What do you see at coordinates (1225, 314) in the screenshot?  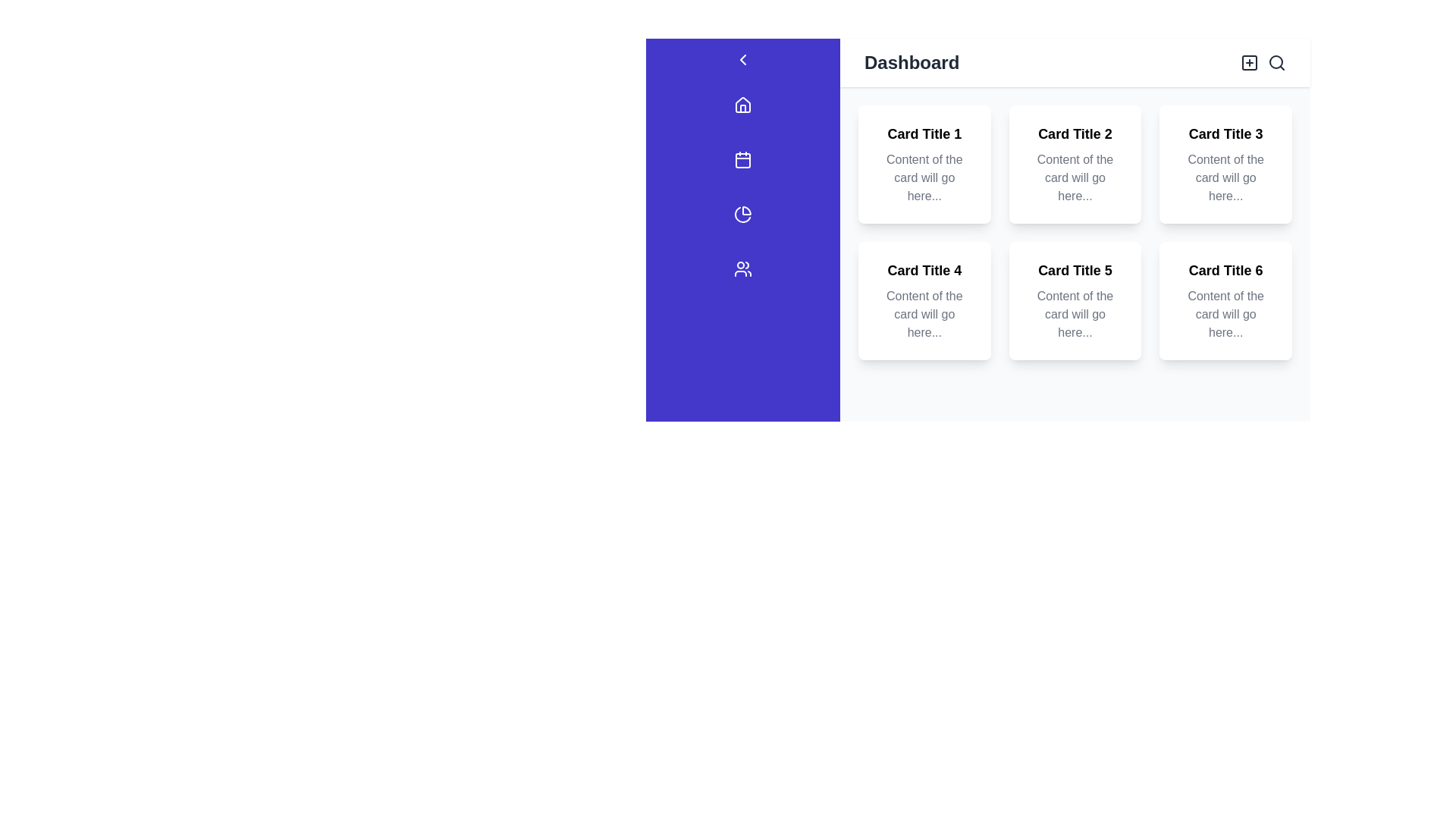 I see `the informational text element located below the title 'Card Title 6' in the sixth card of the grid layout` at bounding box center [1225, 314].